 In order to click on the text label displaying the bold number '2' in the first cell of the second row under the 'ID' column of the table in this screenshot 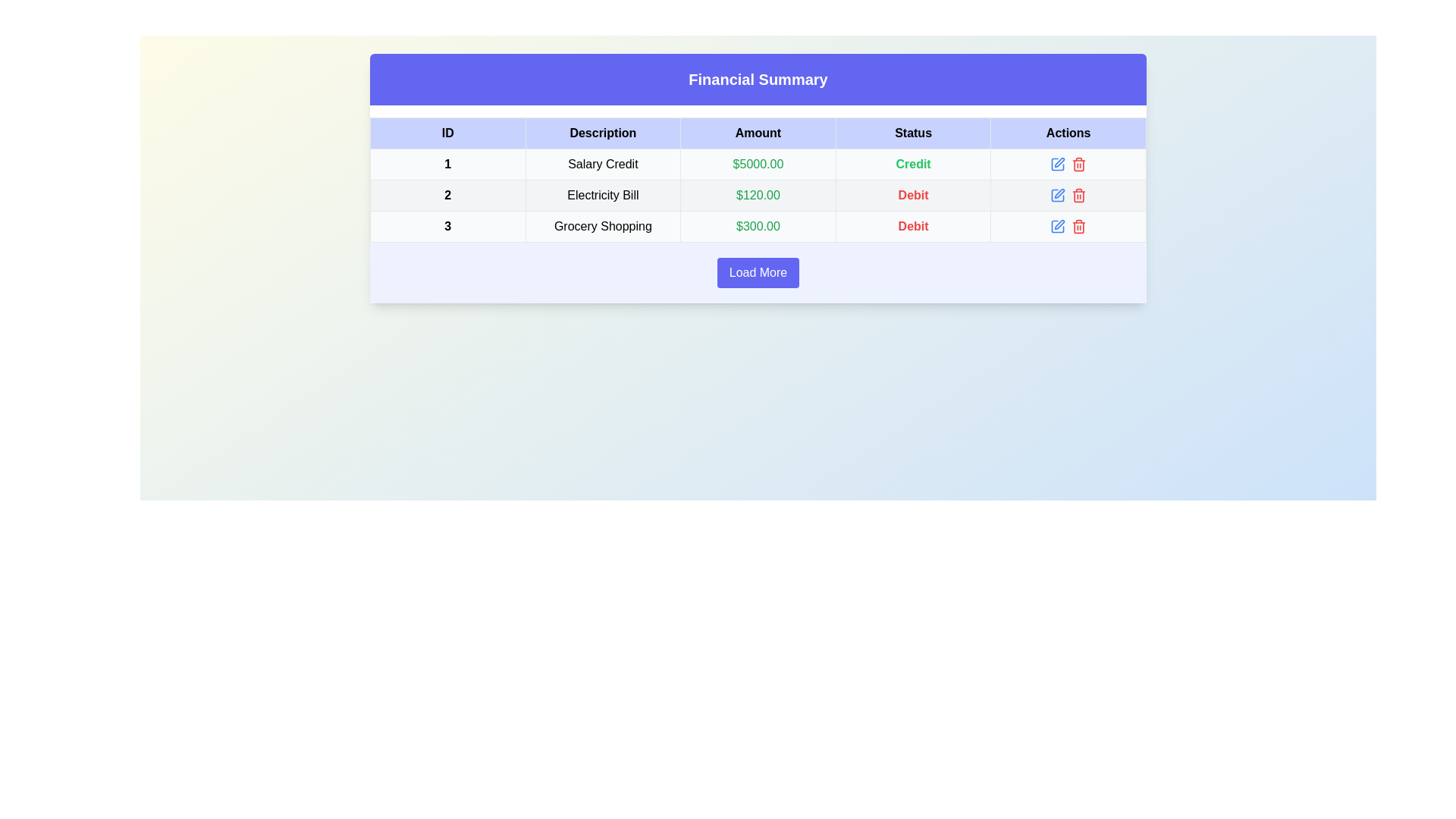, I will do `click(447, 195)`.